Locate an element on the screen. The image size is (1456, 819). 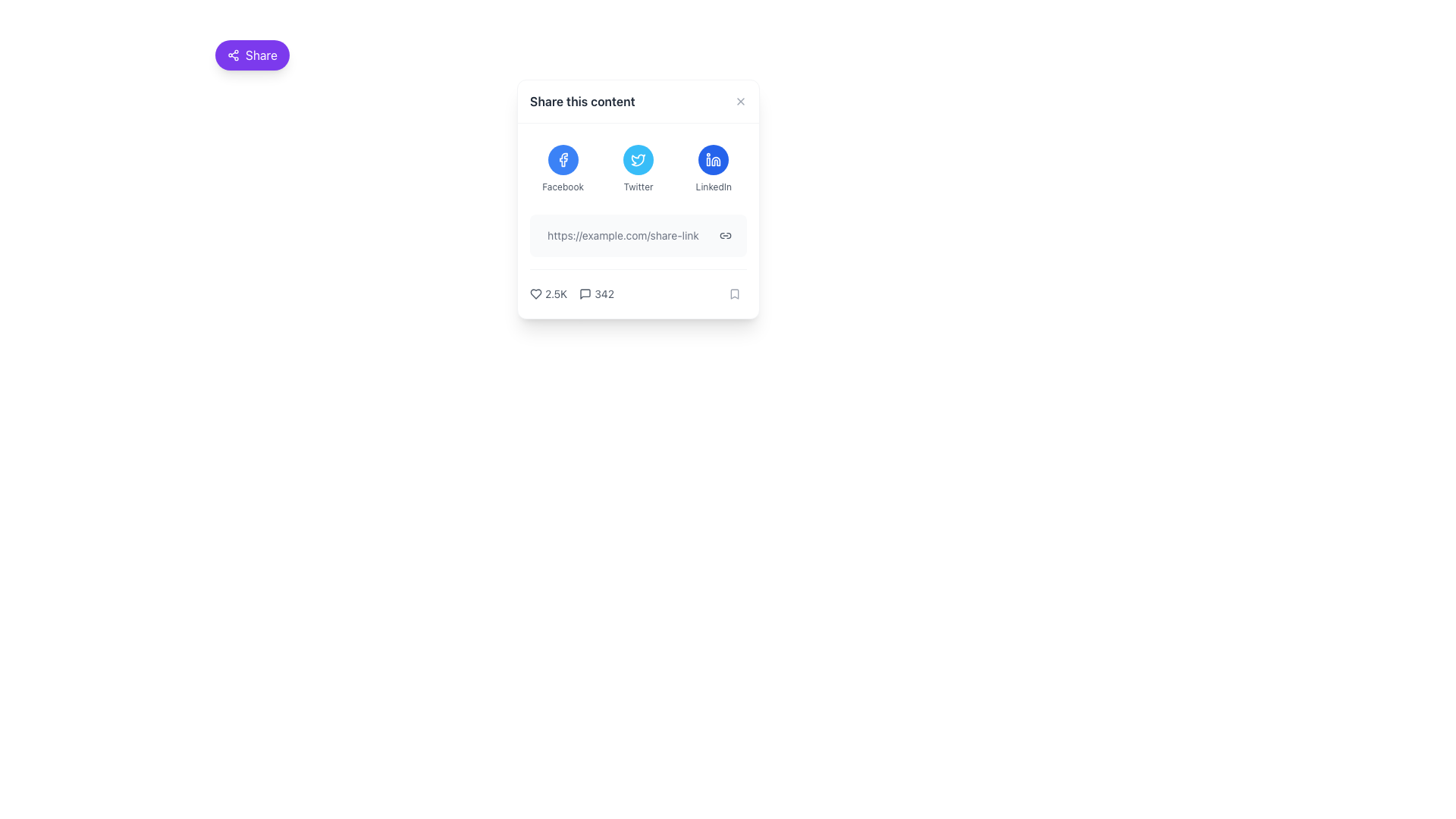
the circular blue Twitter button with the Twitter bird logo to trigger the scaling animation is located at coordinates (638, 169).